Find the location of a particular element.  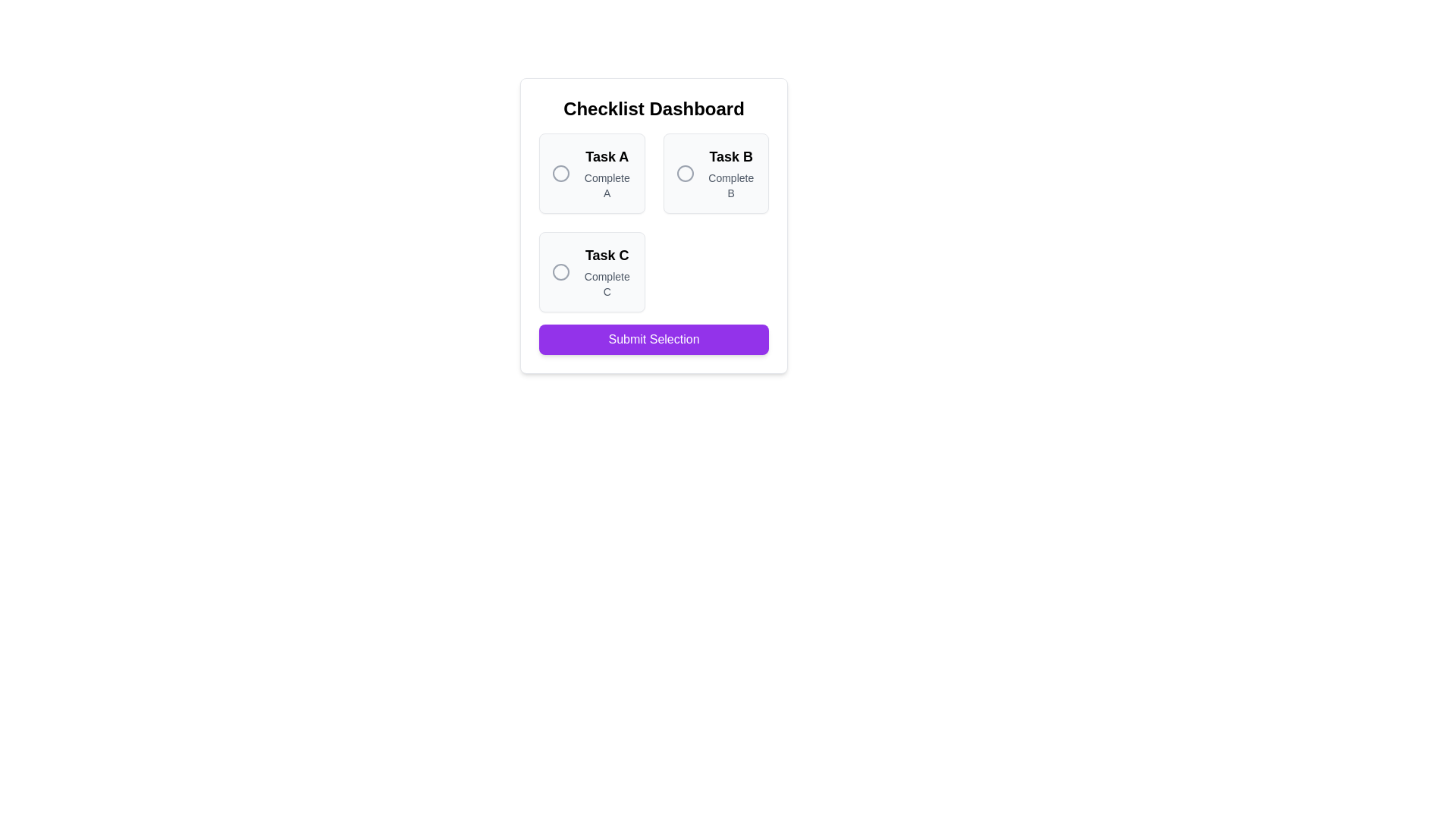

the first interactive card with a selection radio button located at the top-left of the grid layout for accessibility actions is located at coordinates (591, 172).